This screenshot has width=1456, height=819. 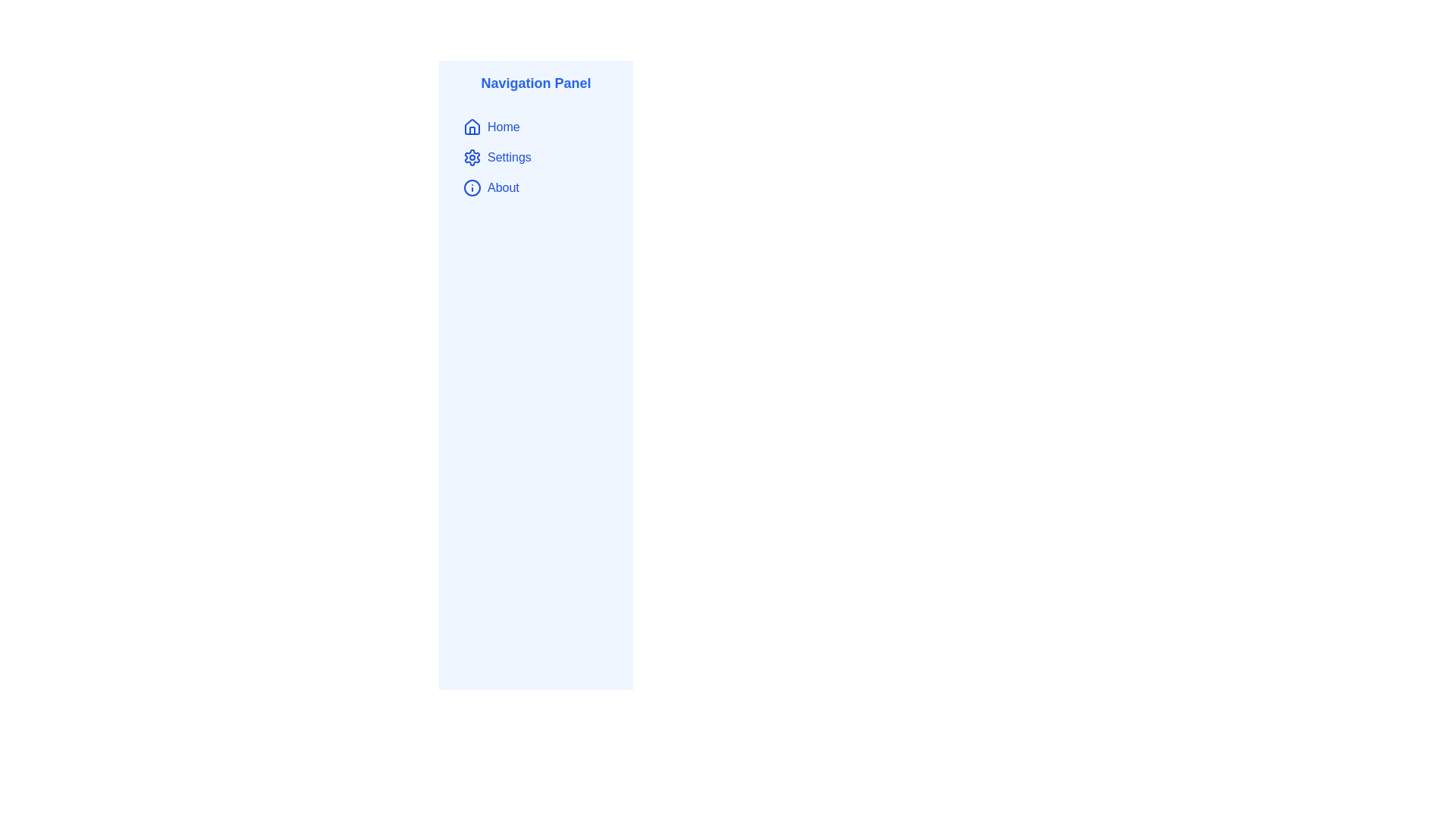 What do you see at coordinates (472, 125) in the screenshot?
I see `the house-shaped icon in the navigation menu, located to the left of the 'Home' text label` at bounding box center [472, 125].